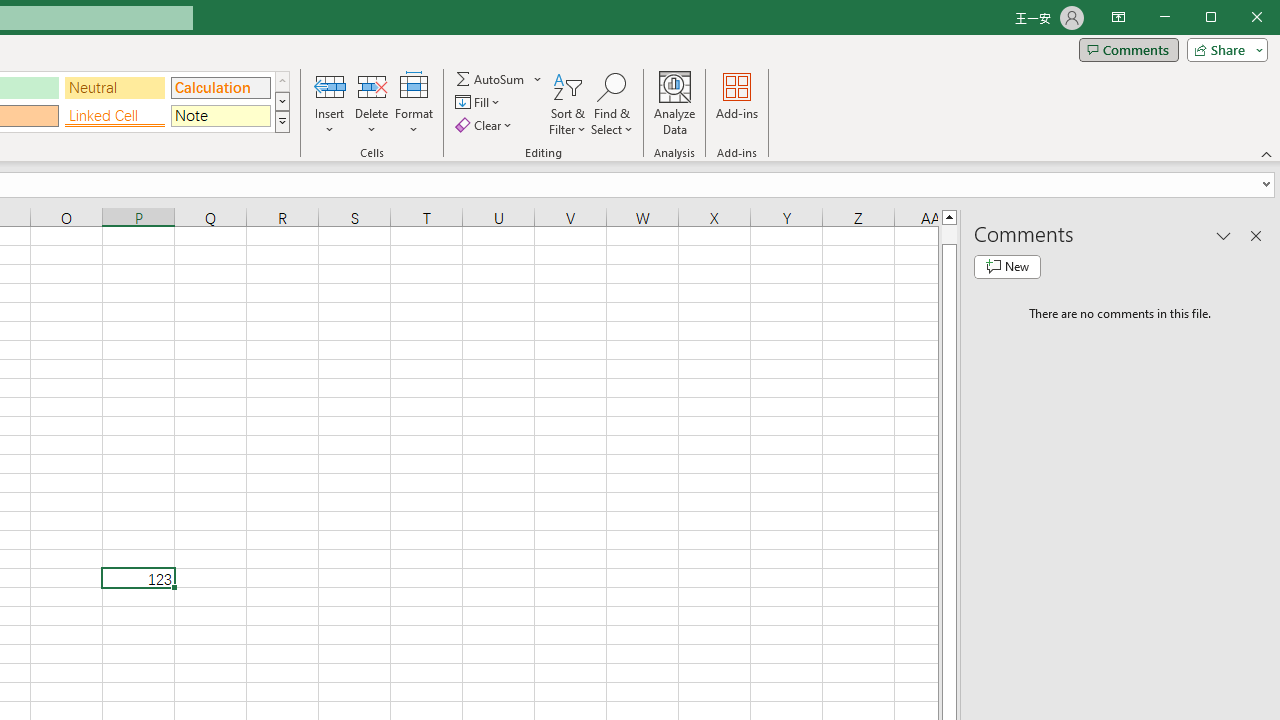 This screenshot has width=1280, height=720. Describe the element at coordinates (499, 78) in the screenshot. I see `'AutoSum'` at that location.